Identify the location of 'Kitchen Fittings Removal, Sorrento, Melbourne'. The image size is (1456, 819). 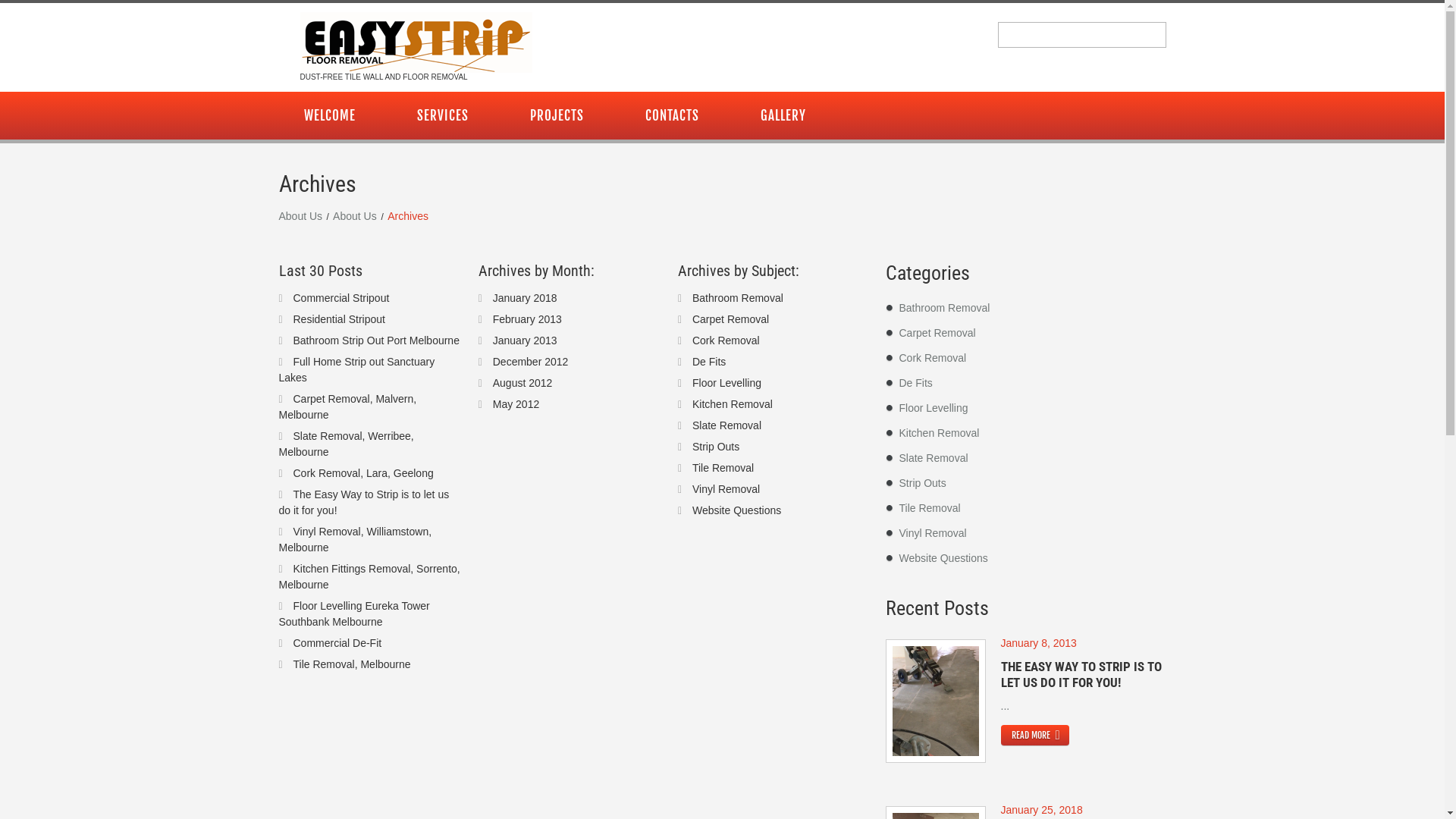
(369, 576).